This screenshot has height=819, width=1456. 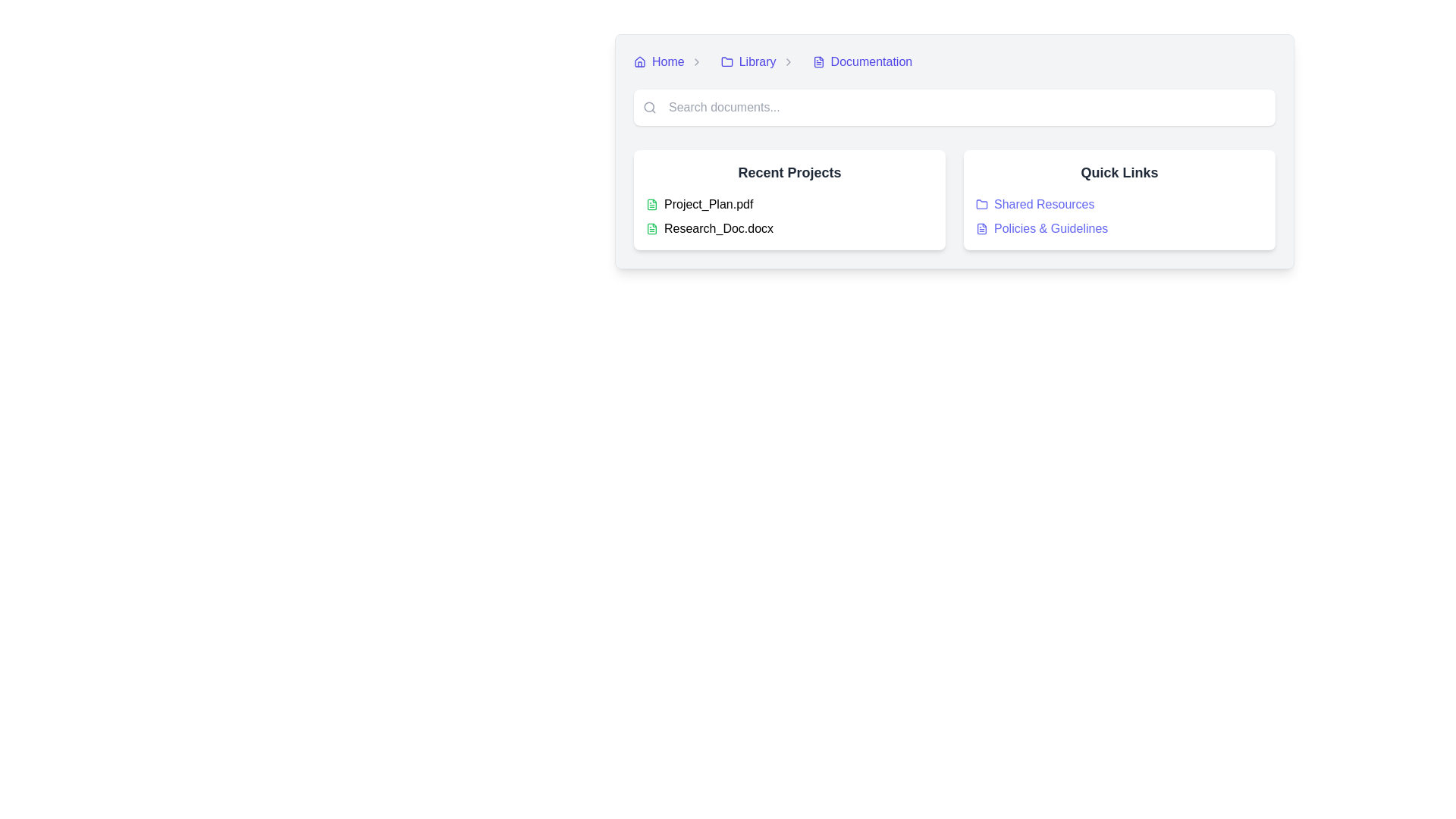 What do you see at coordinates (659, 61) in the screenshot?
I see `the navigation link that serves as the first item in the breadcrumb navigation bar` at bounding box center [659, 61].